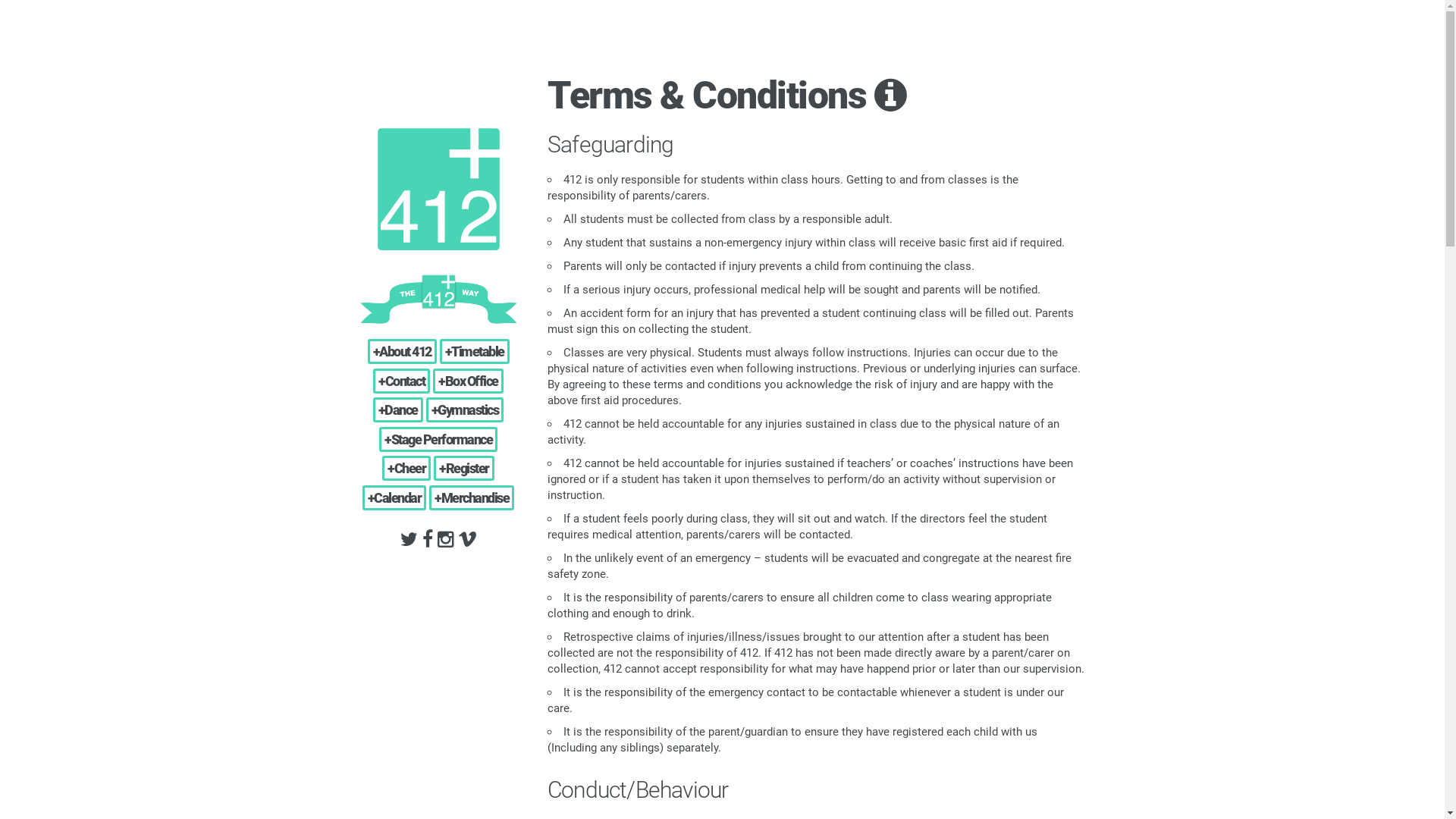 The width and height of the screenshot is (1456, 819). Describe the element at coordinates (471, 497) in the screenshot. I see `'+Merchandise'` at that location.